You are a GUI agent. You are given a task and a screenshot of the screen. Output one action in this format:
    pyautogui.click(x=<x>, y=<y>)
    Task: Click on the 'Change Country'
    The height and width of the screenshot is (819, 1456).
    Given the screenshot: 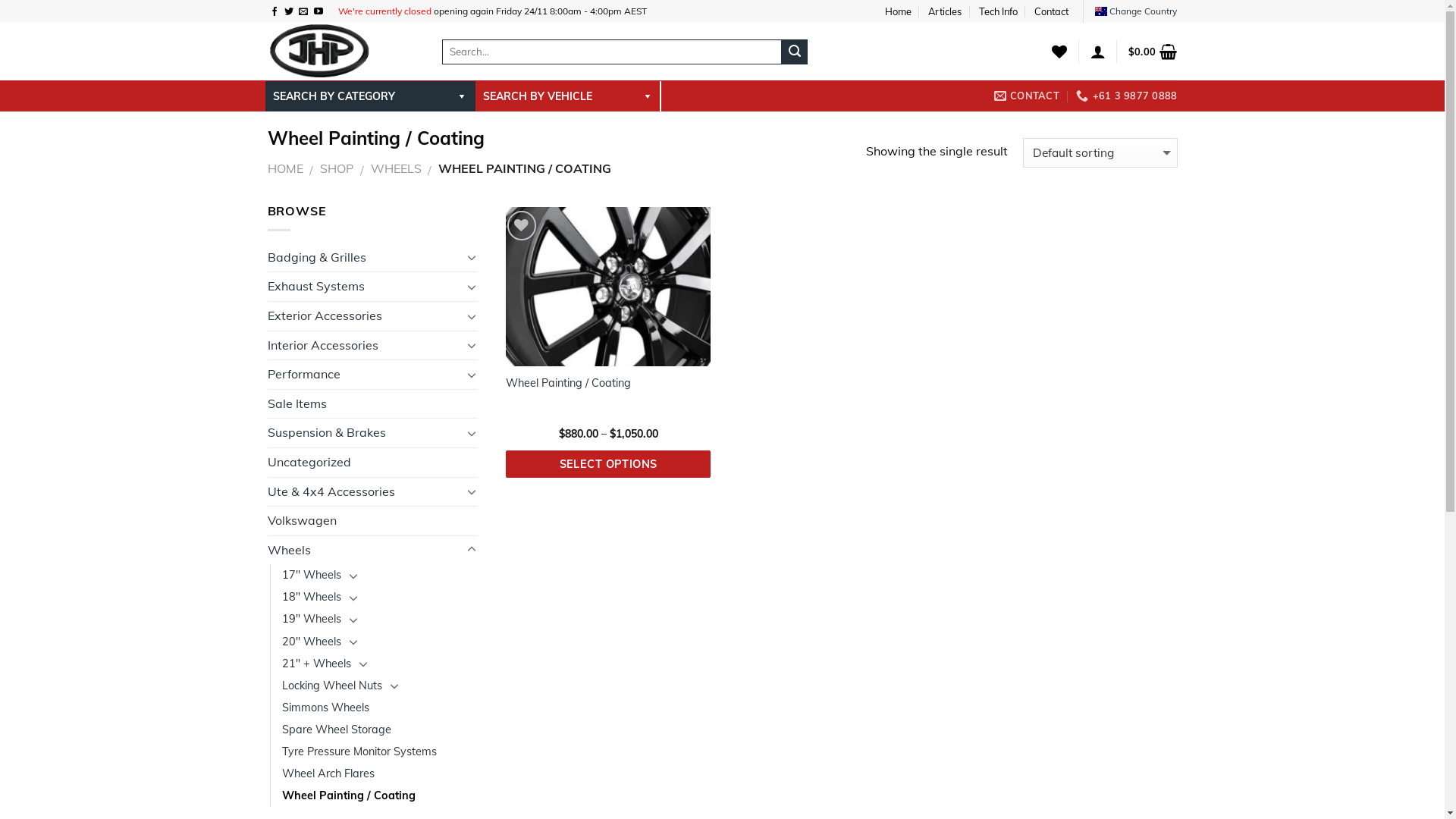 What is the action you would take?
    pyautogui.click(x=1135, y=11)
    